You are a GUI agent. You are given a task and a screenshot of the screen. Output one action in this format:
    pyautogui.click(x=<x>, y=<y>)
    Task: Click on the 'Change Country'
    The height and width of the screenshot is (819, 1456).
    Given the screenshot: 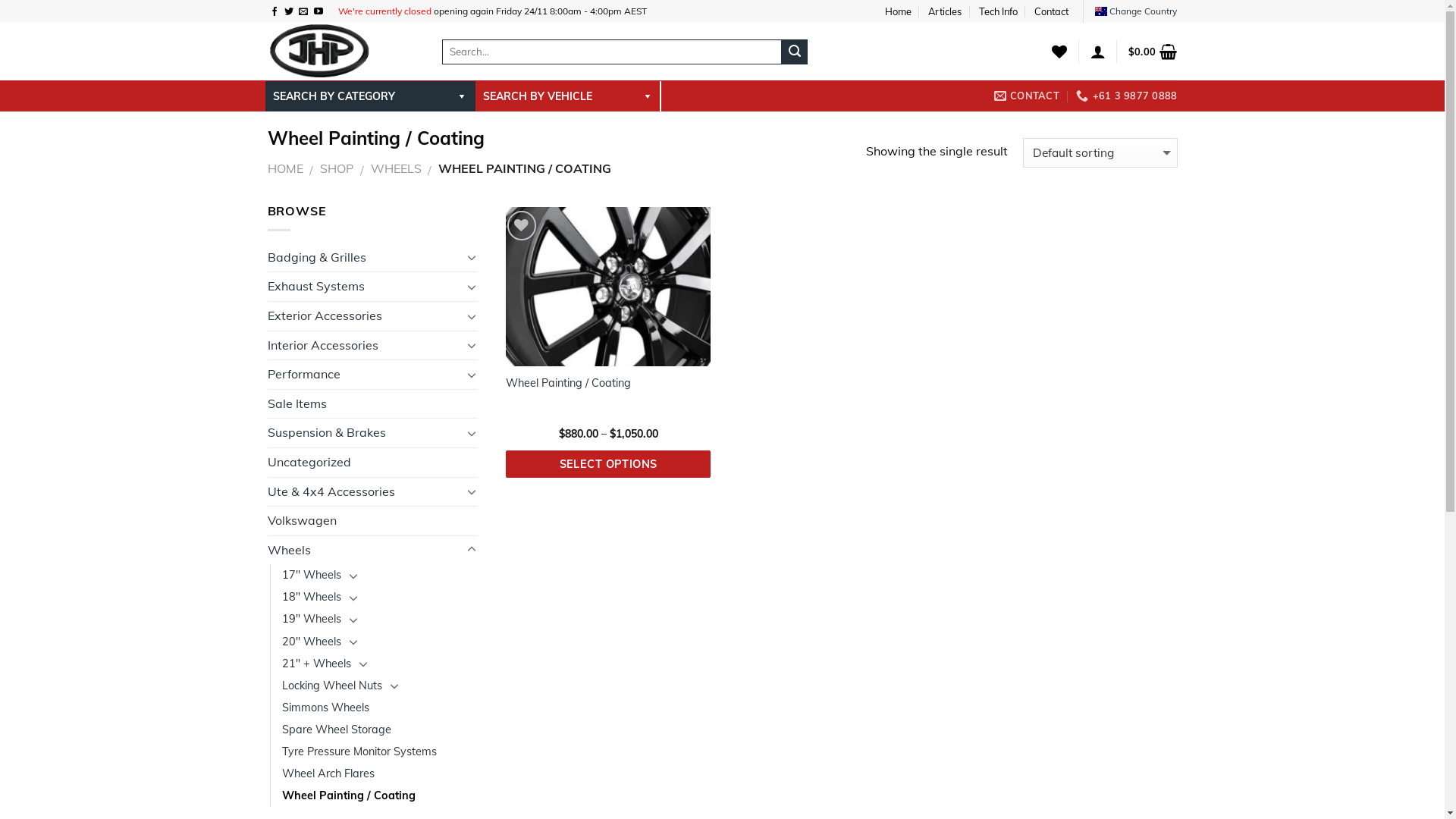 What is the action you would take?
    pyautogui.click(x=1135, y=11)
    